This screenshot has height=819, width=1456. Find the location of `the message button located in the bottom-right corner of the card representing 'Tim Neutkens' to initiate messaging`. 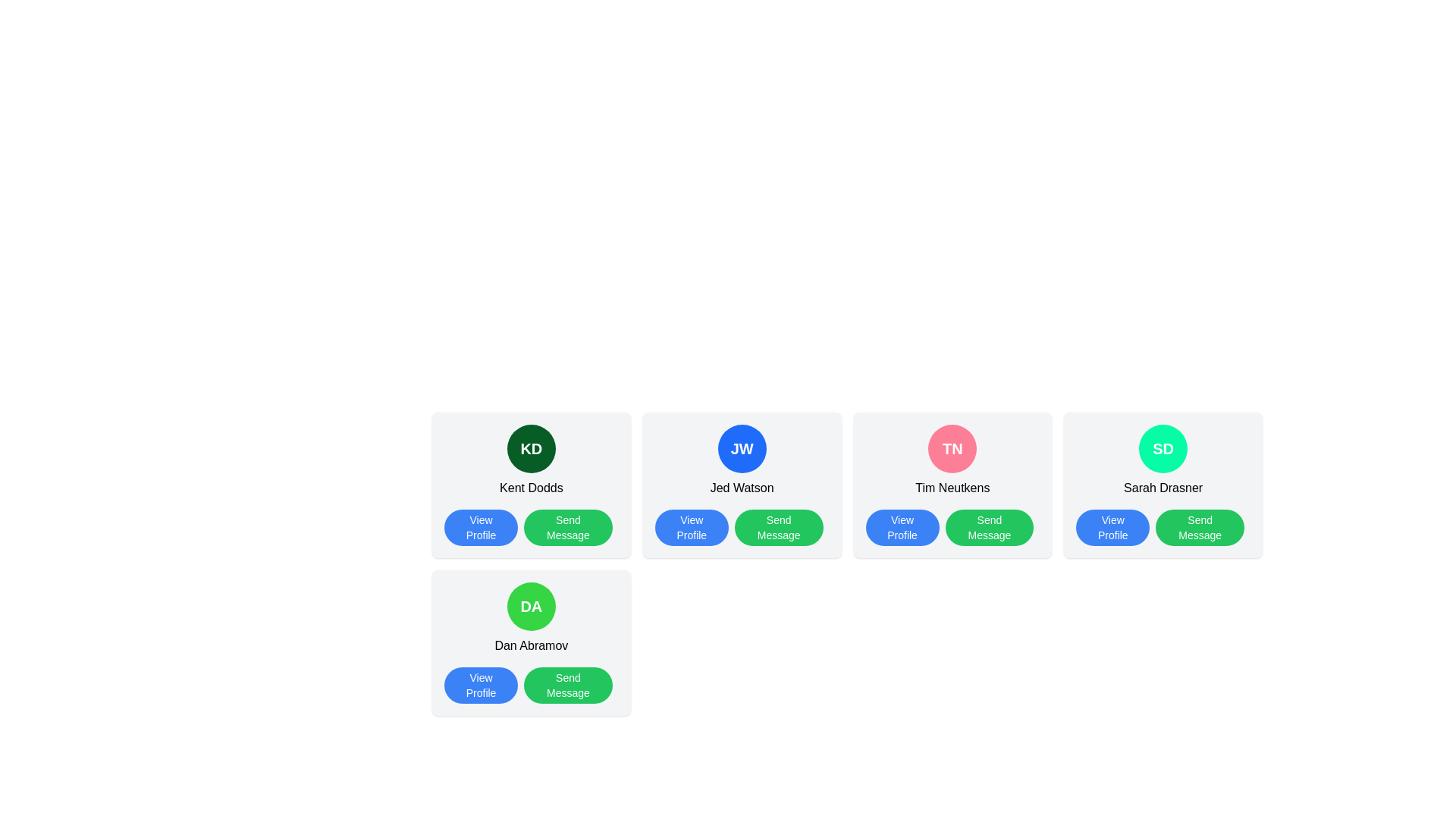

the message button located in the bottom-right corner of the card representing 'Tim Neutkens' to initiate messaging is located at coordinates (989, 526).